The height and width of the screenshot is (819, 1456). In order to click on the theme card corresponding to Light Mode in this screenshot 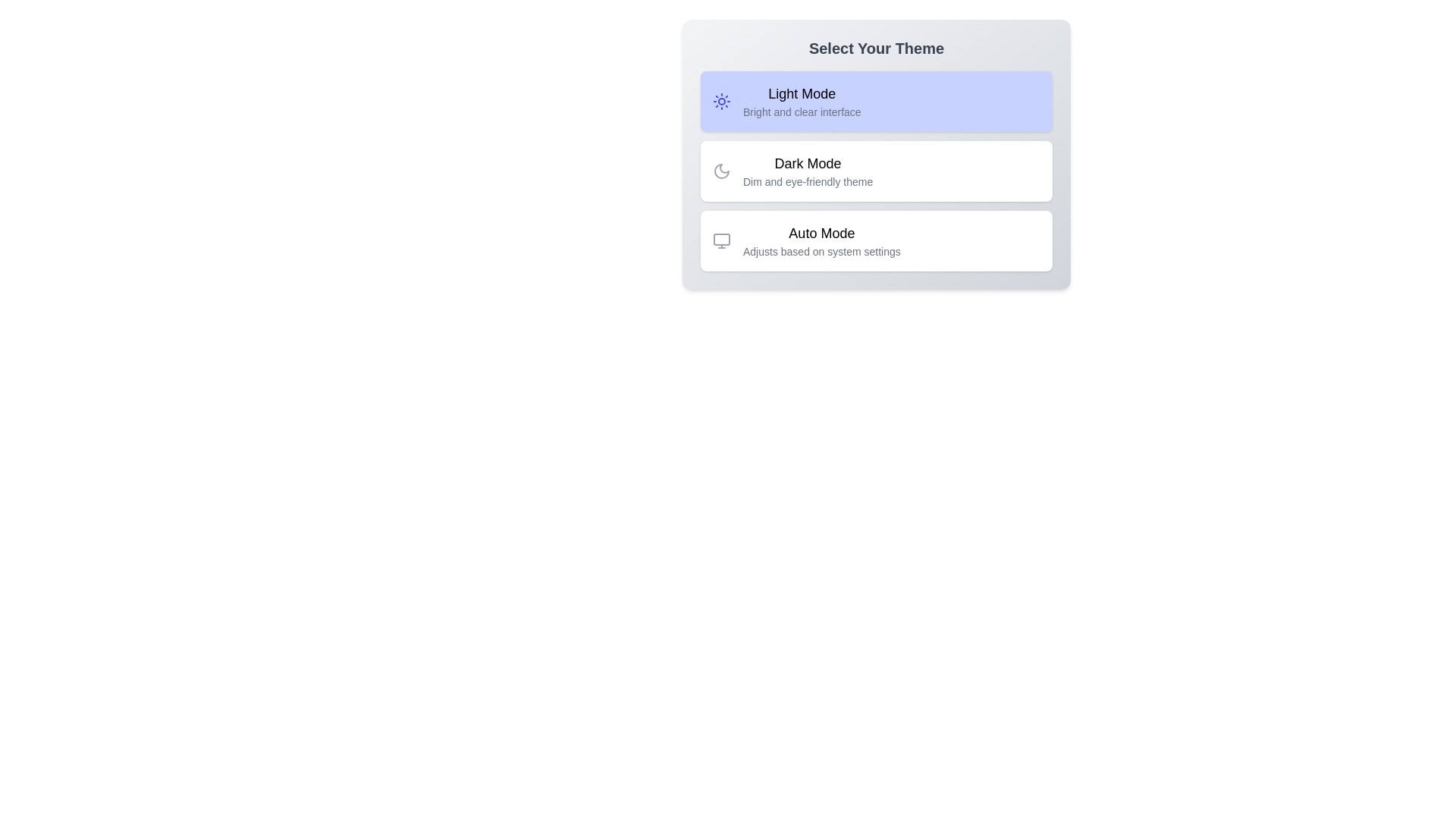, I will do `click(877, 102)`.